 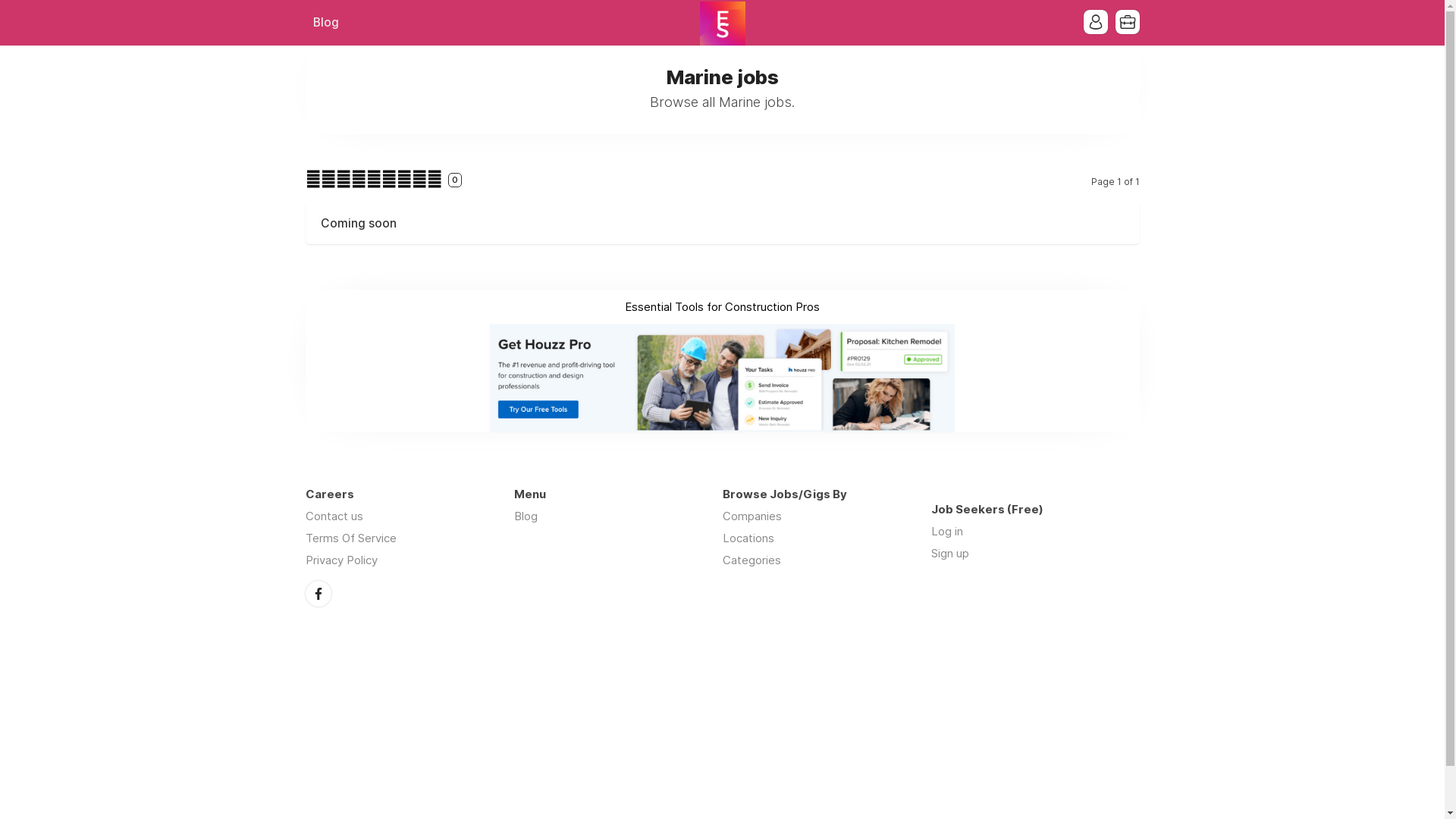 I want to click on 'Privacy Policy', so click(x=304, y=560).